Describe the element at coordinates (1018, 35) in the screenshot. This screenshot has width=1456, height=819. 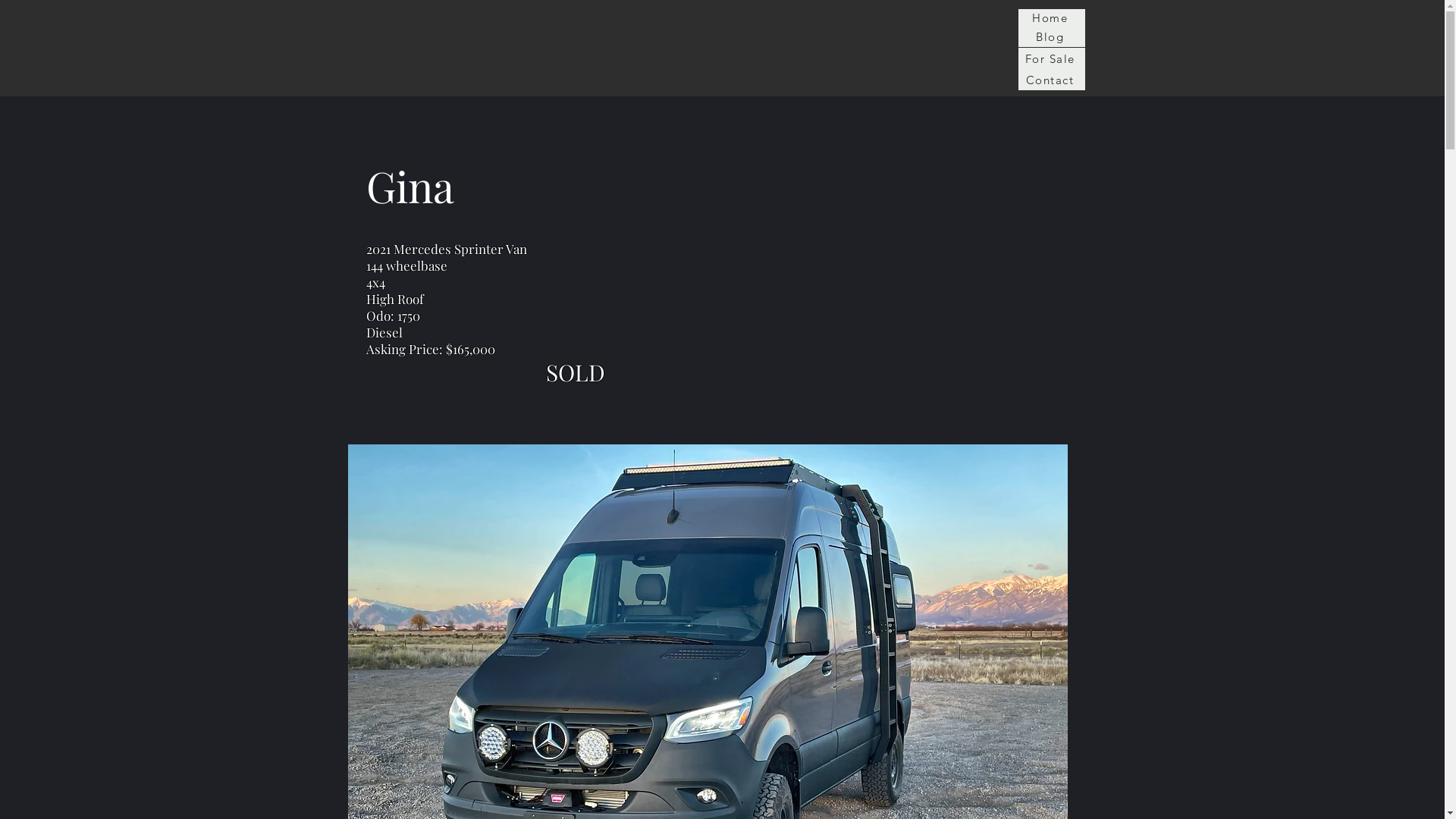
I see `'Blog'` at that location.